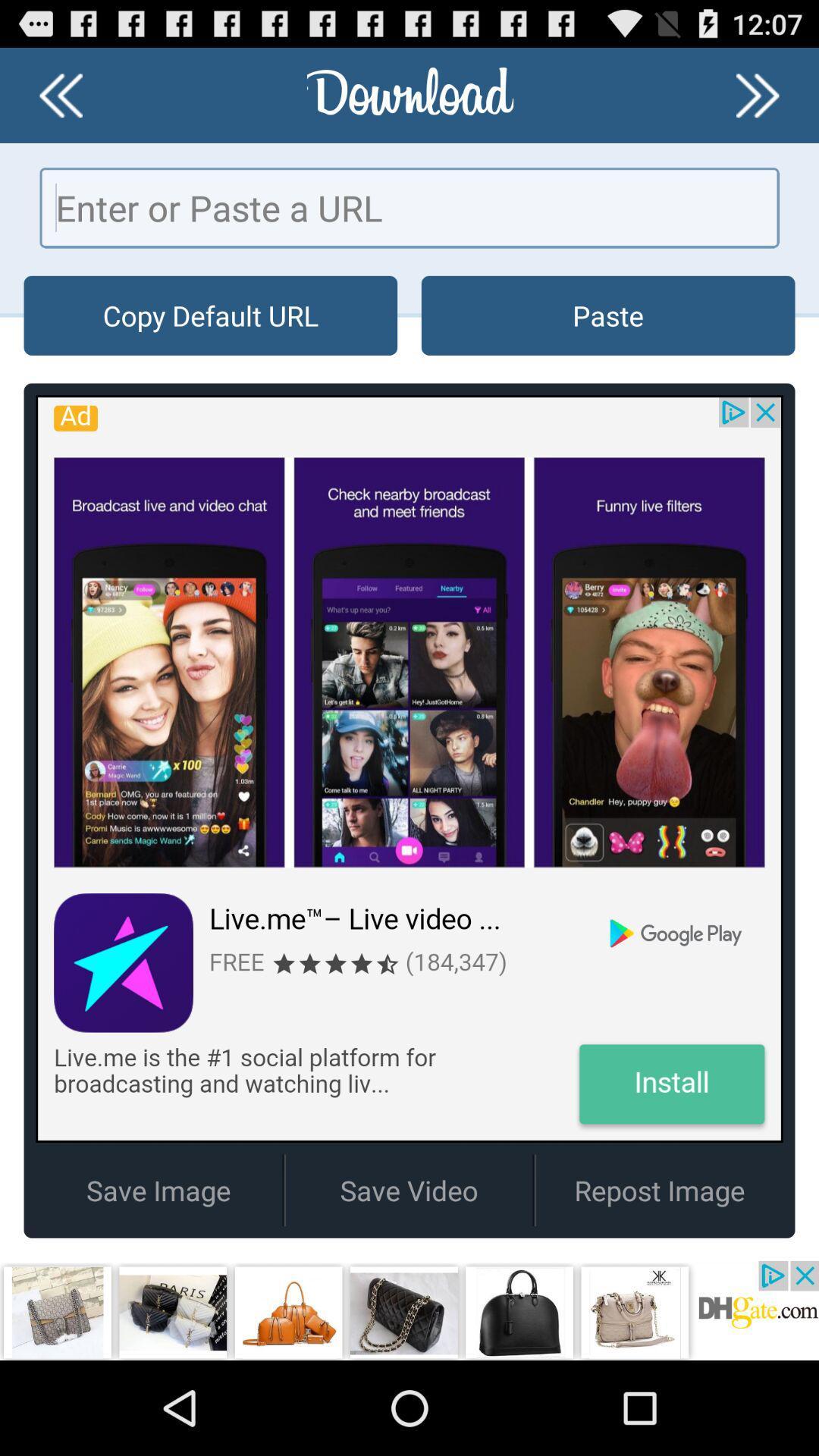 The image size is (819, 1456). Describe the element at coordinates (409, 207) in the screenshot. I see `search box` at that location.